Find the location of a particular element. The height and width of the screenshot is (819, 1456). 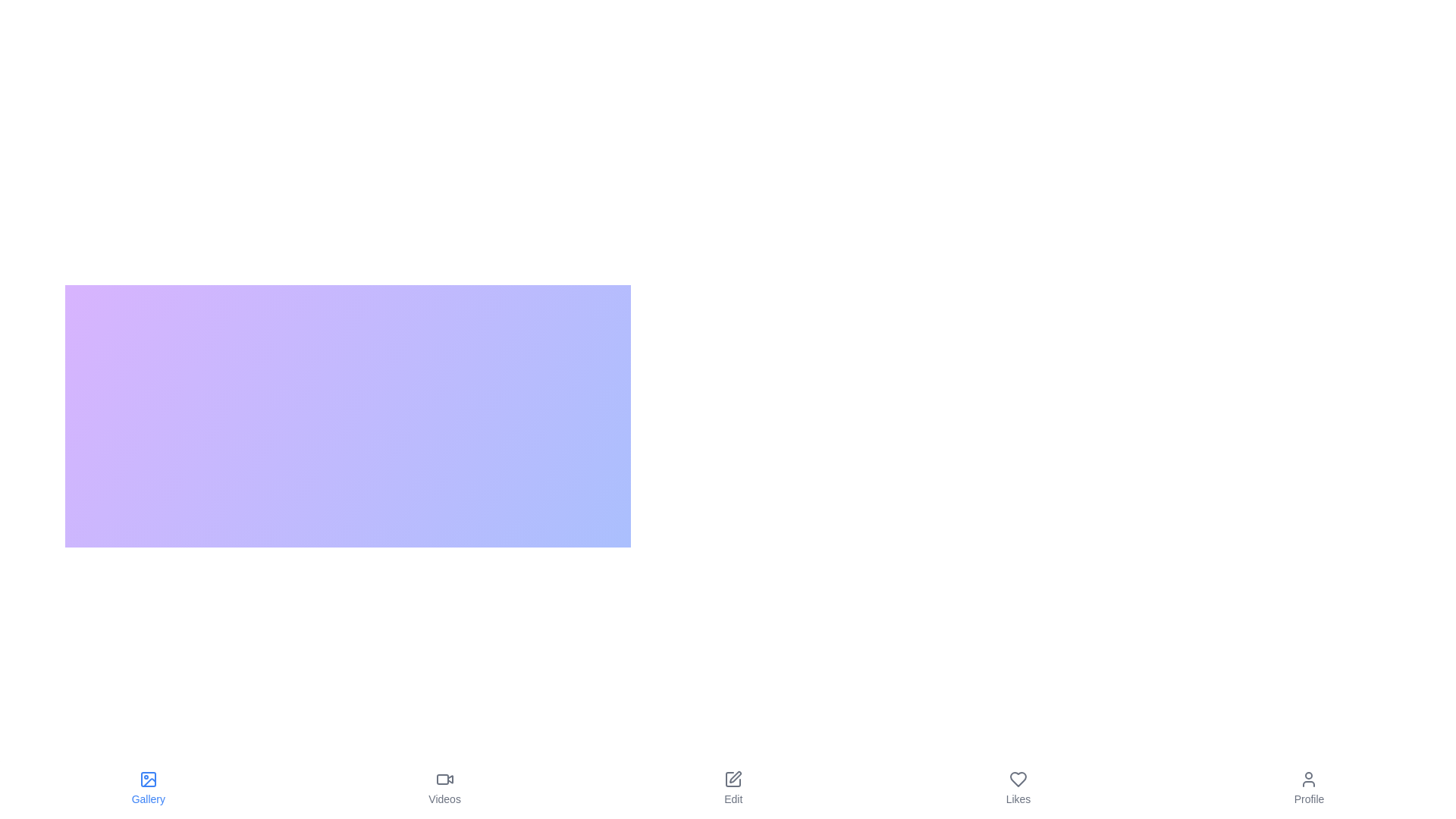

the Videos button to switch to the corresponding view is located at coordinates (443, 788).